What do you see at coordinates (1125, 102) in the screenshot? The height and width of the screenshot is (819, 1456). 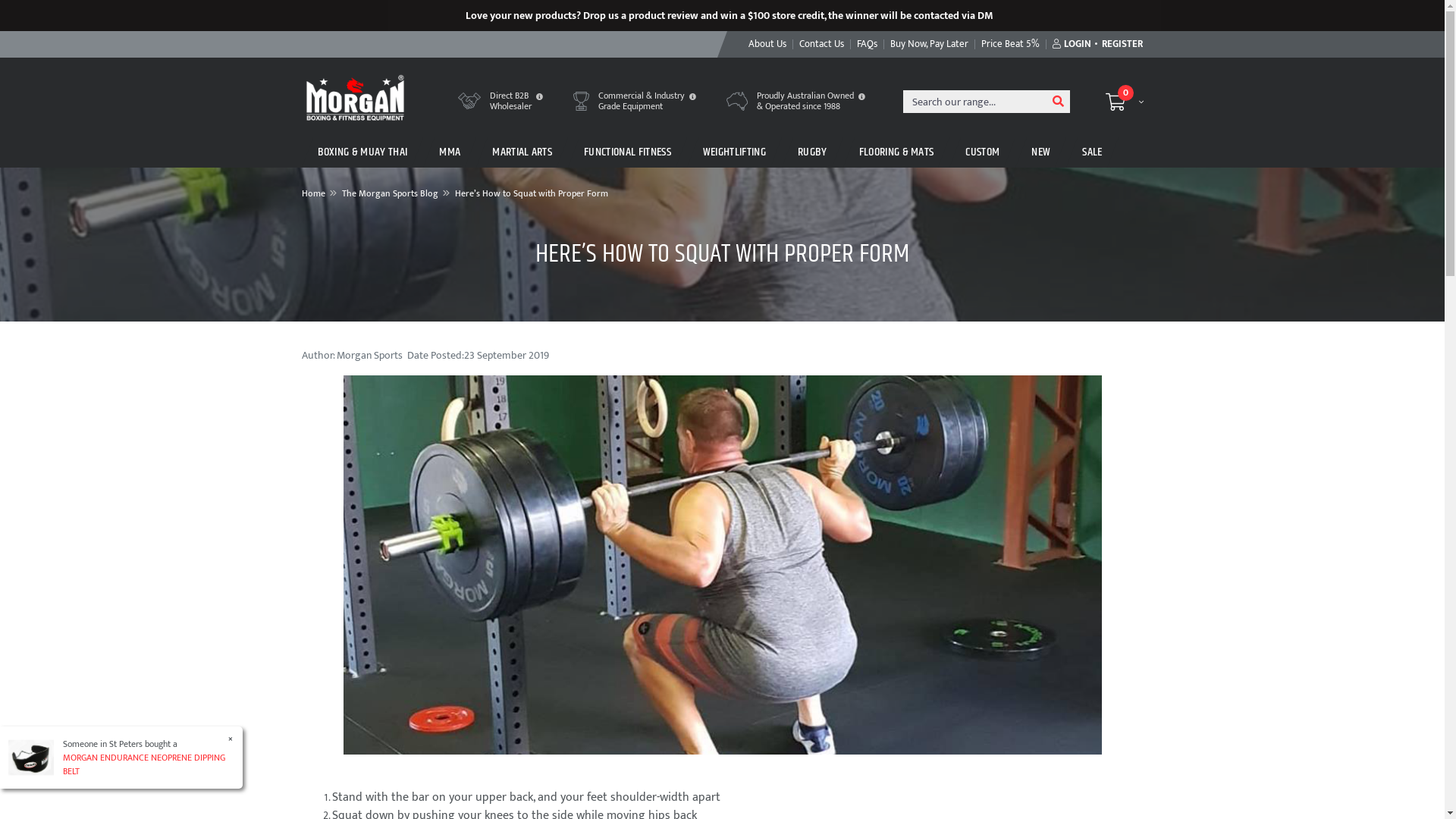 I see `'0'` at bounding box center [1125, 102].